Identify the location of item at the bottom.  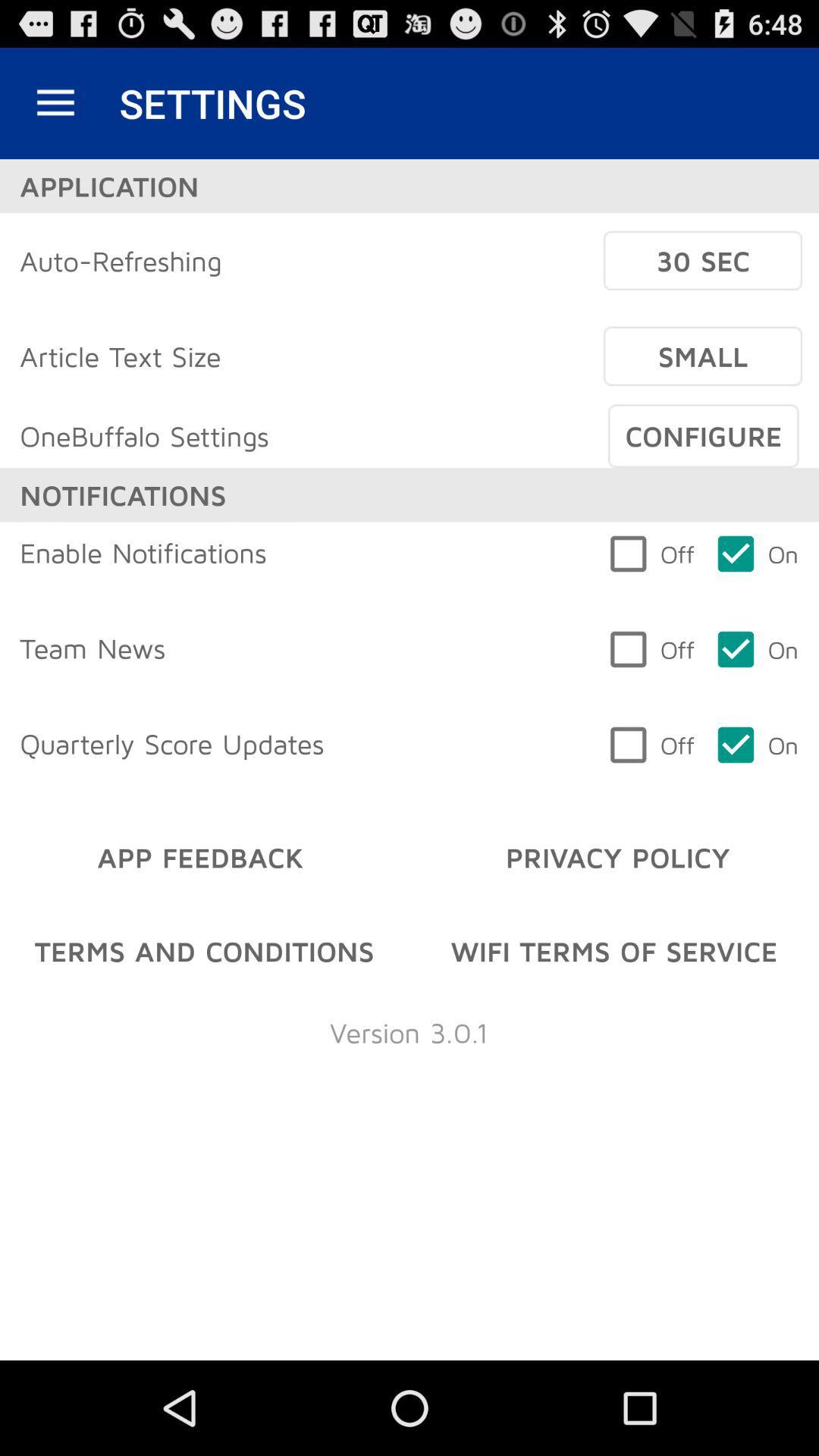
(408, 1031).